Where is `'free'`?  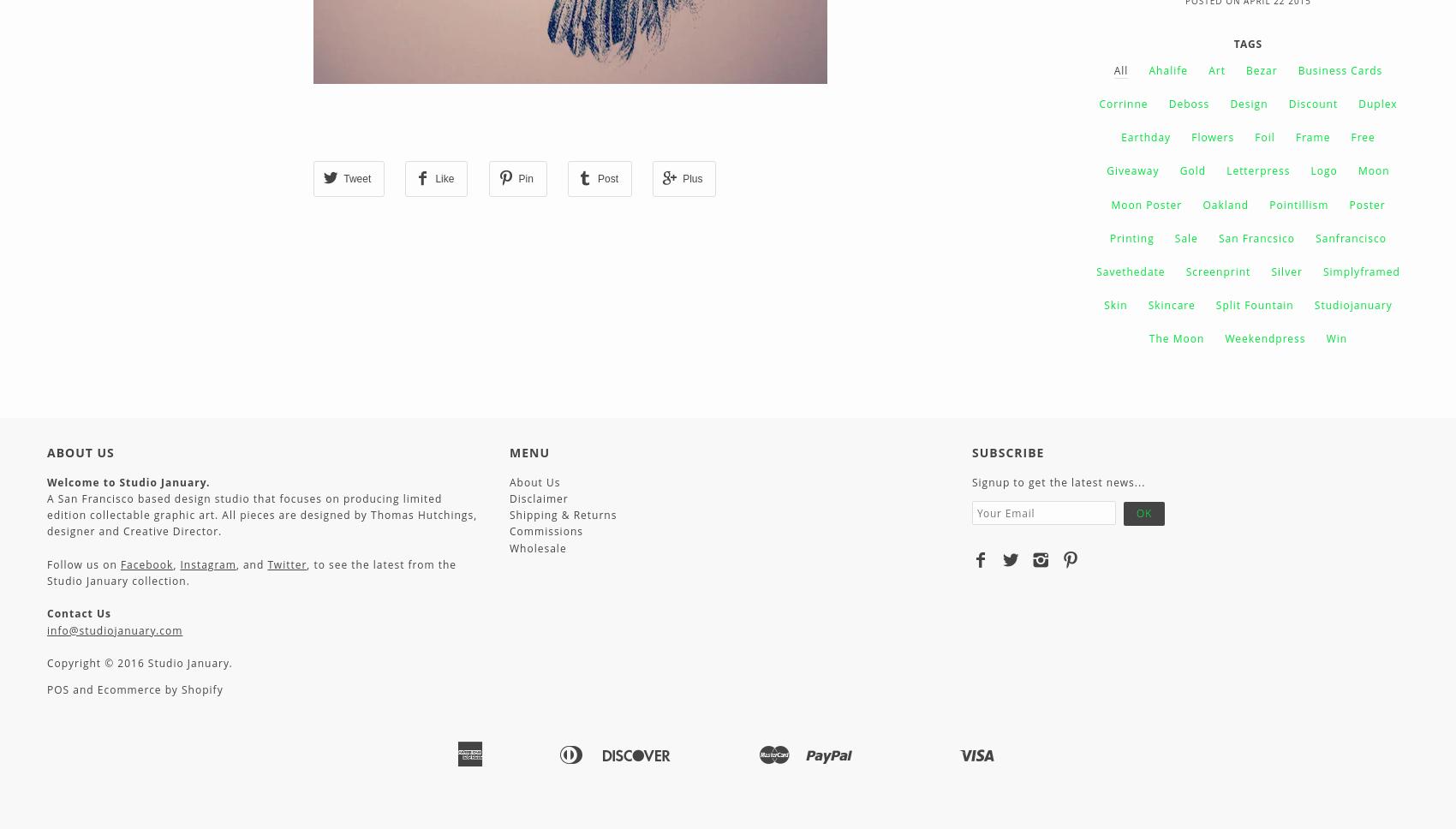 'free' is located at coordinates (1363, 136).